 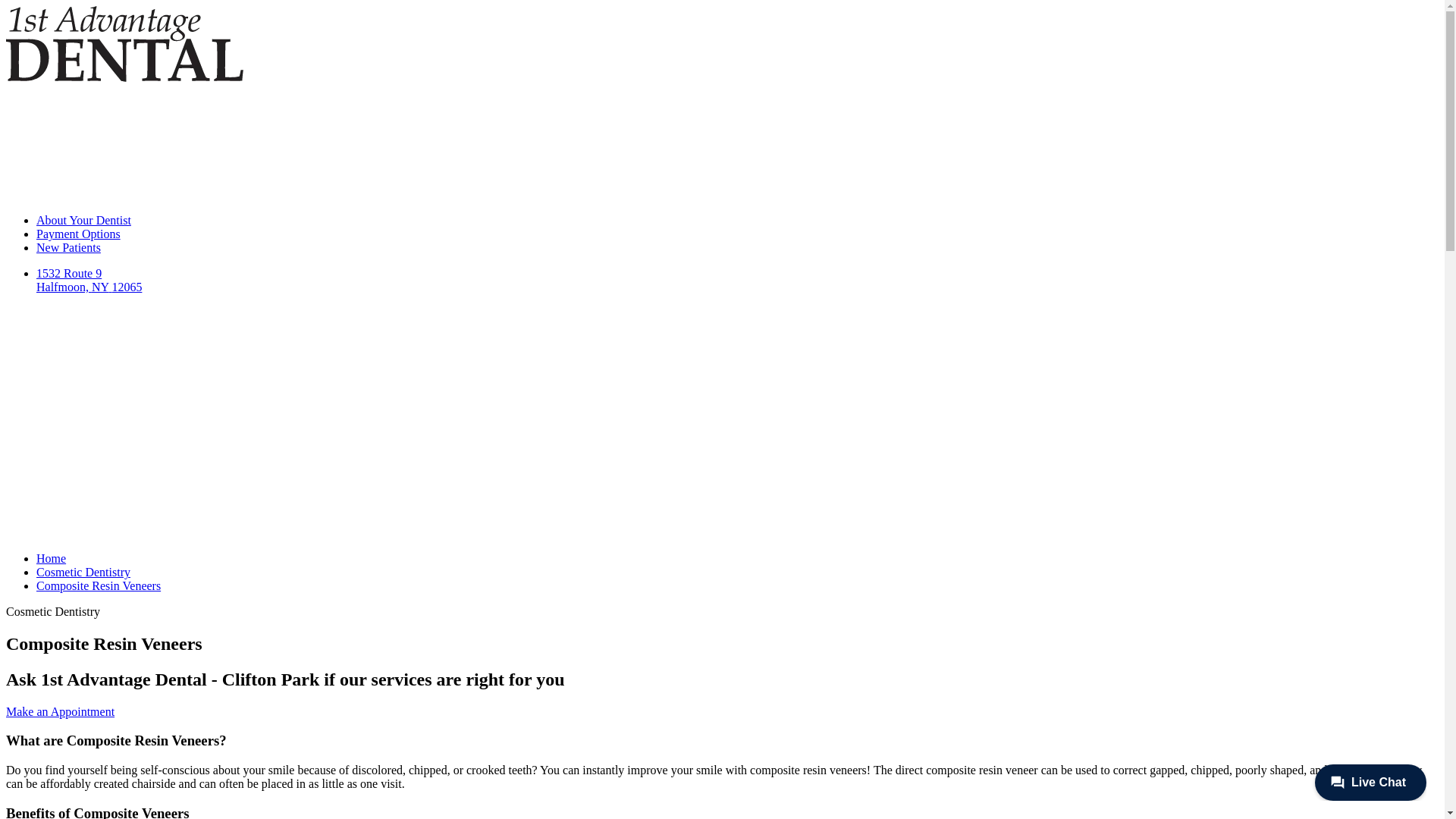 I want to click on '1532 Route 9, so click(x=737, y=337).